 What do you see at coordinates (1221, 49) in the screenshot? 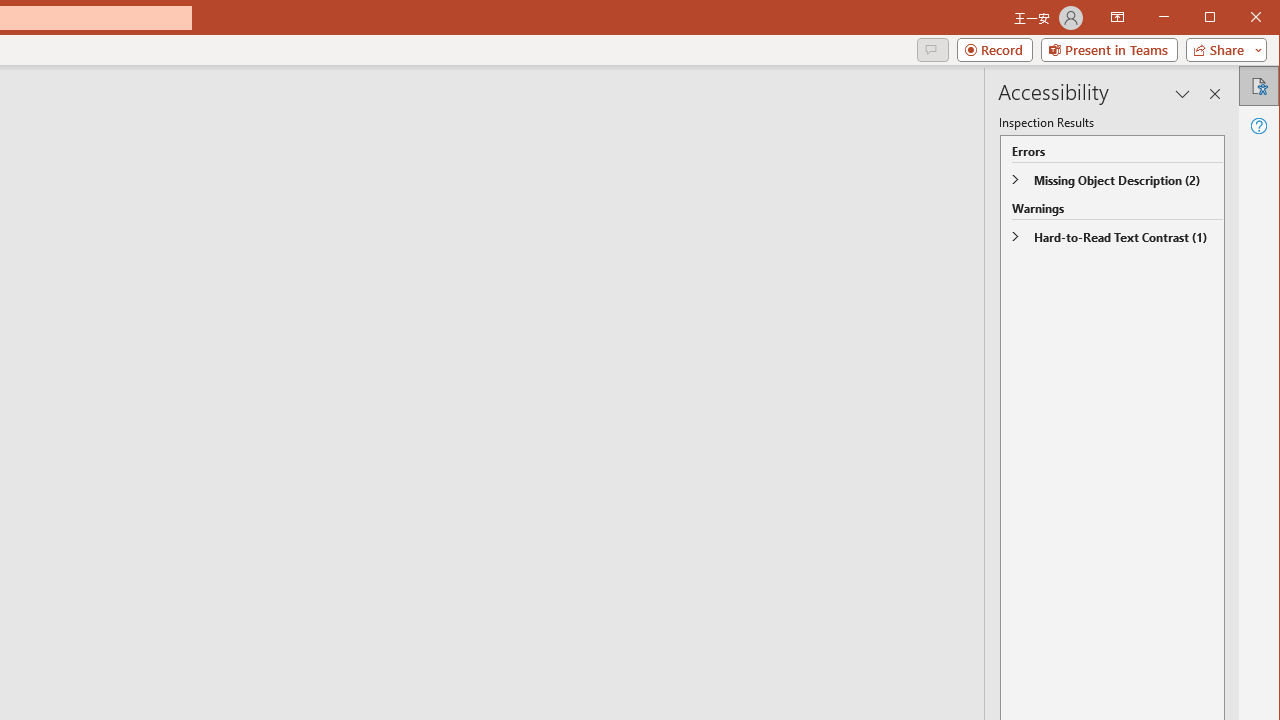
I see `'Share'` at bounding box center [1221, 49].